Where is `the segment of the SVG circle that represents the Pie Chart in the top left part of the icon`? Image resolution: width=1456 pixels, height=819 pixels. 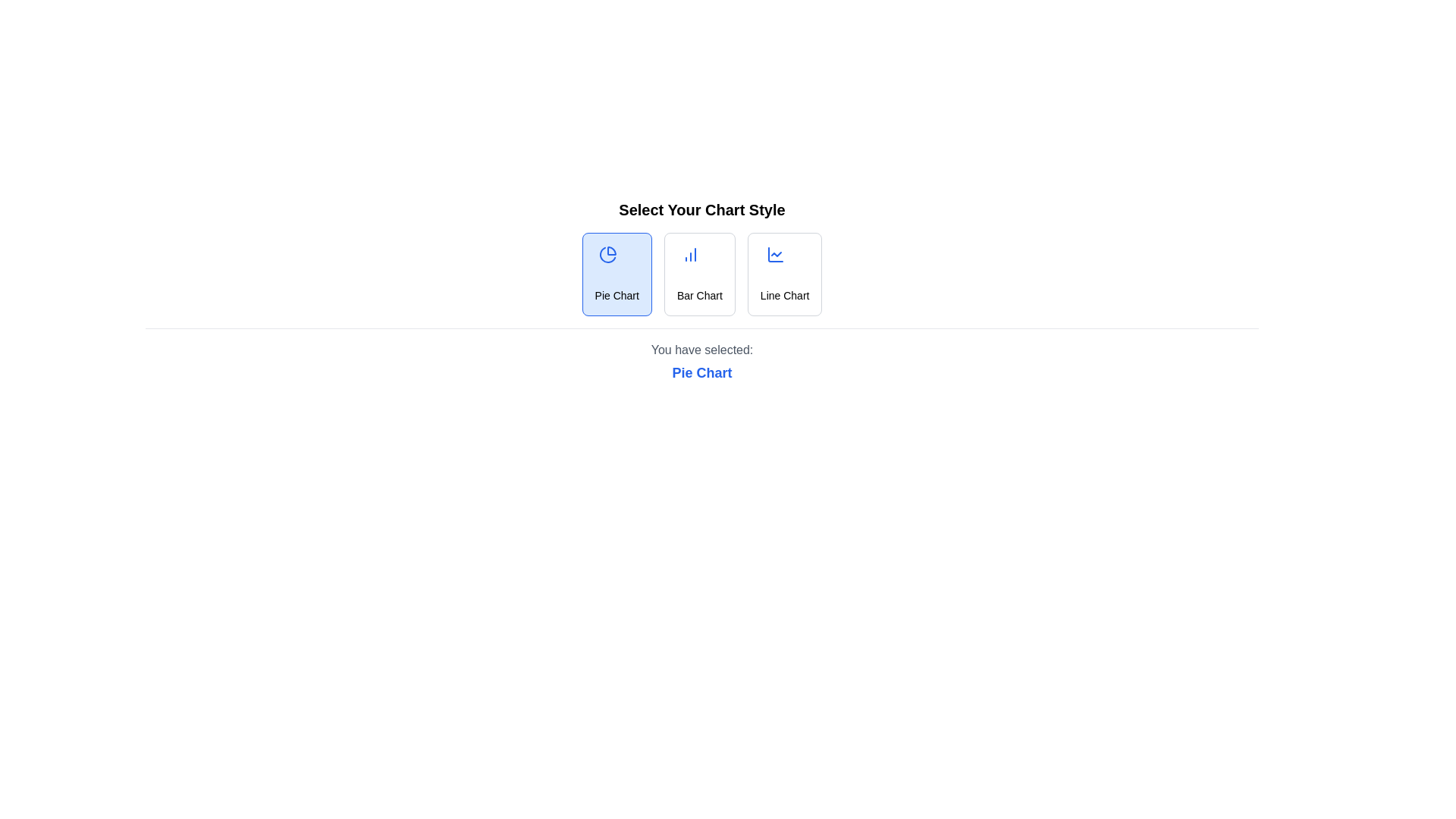 the segment of the SVG circle that represents the Pie Chart in the top left part of the icon is located at coordinates (607, 254).